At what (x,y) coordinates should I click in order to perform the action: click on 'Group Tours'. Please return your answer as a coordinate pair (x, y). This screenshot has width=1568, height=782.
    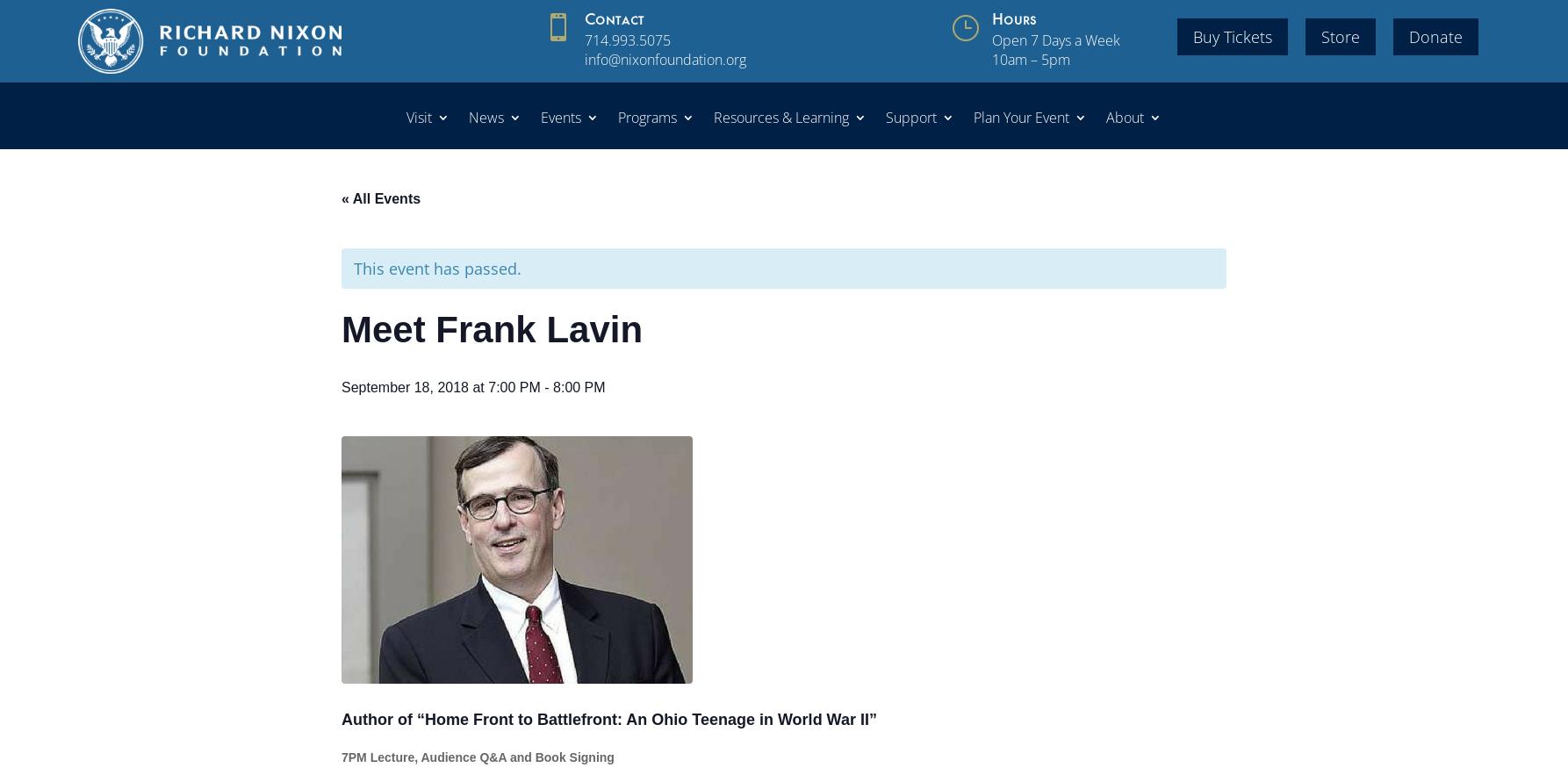
    Looking at the image, I should click on (470, 315).